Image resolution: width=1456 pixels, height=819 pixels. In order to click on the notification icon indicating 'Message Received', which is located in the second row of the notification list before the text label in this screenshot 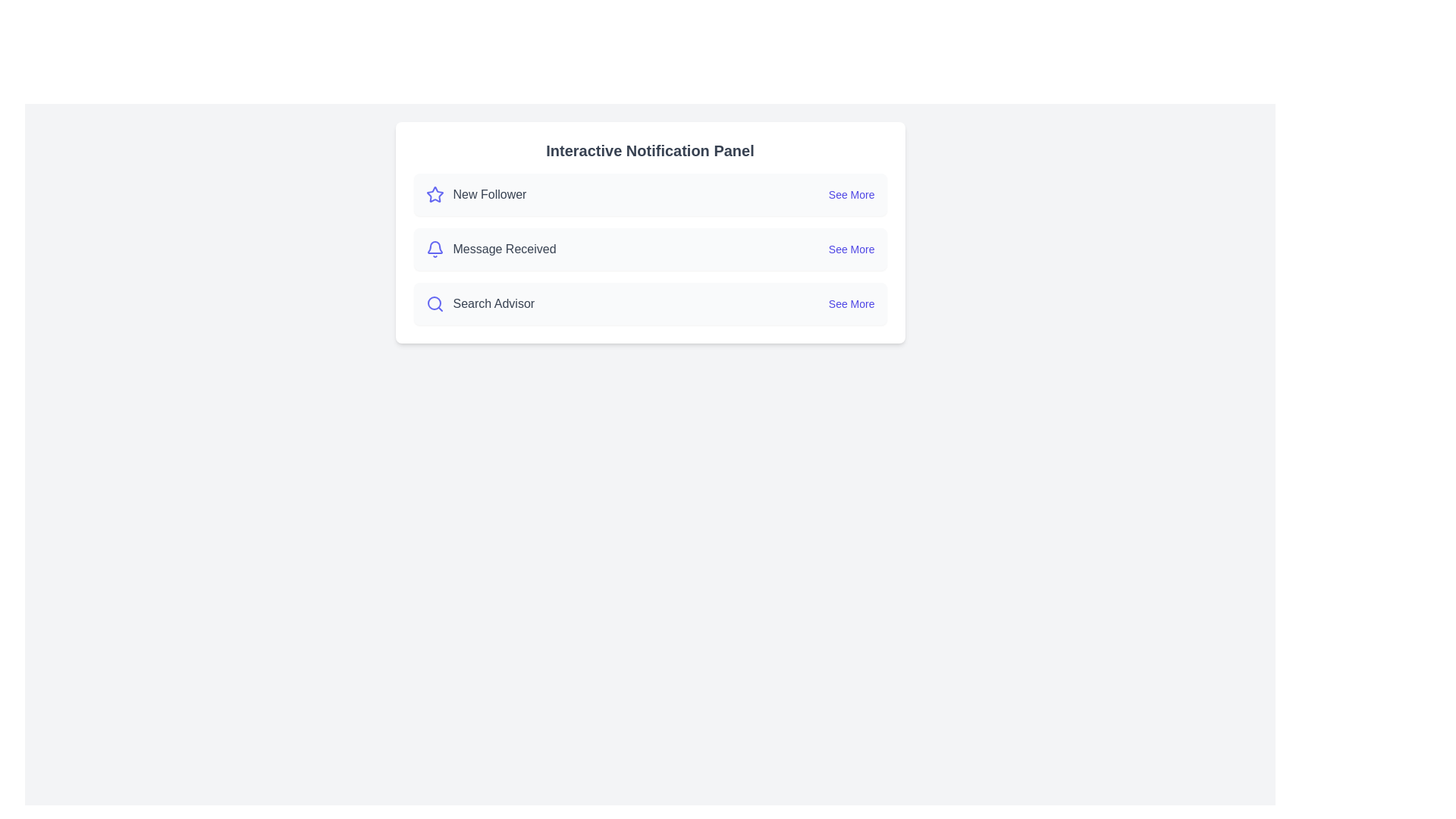, I will do `click(434, 248)`.